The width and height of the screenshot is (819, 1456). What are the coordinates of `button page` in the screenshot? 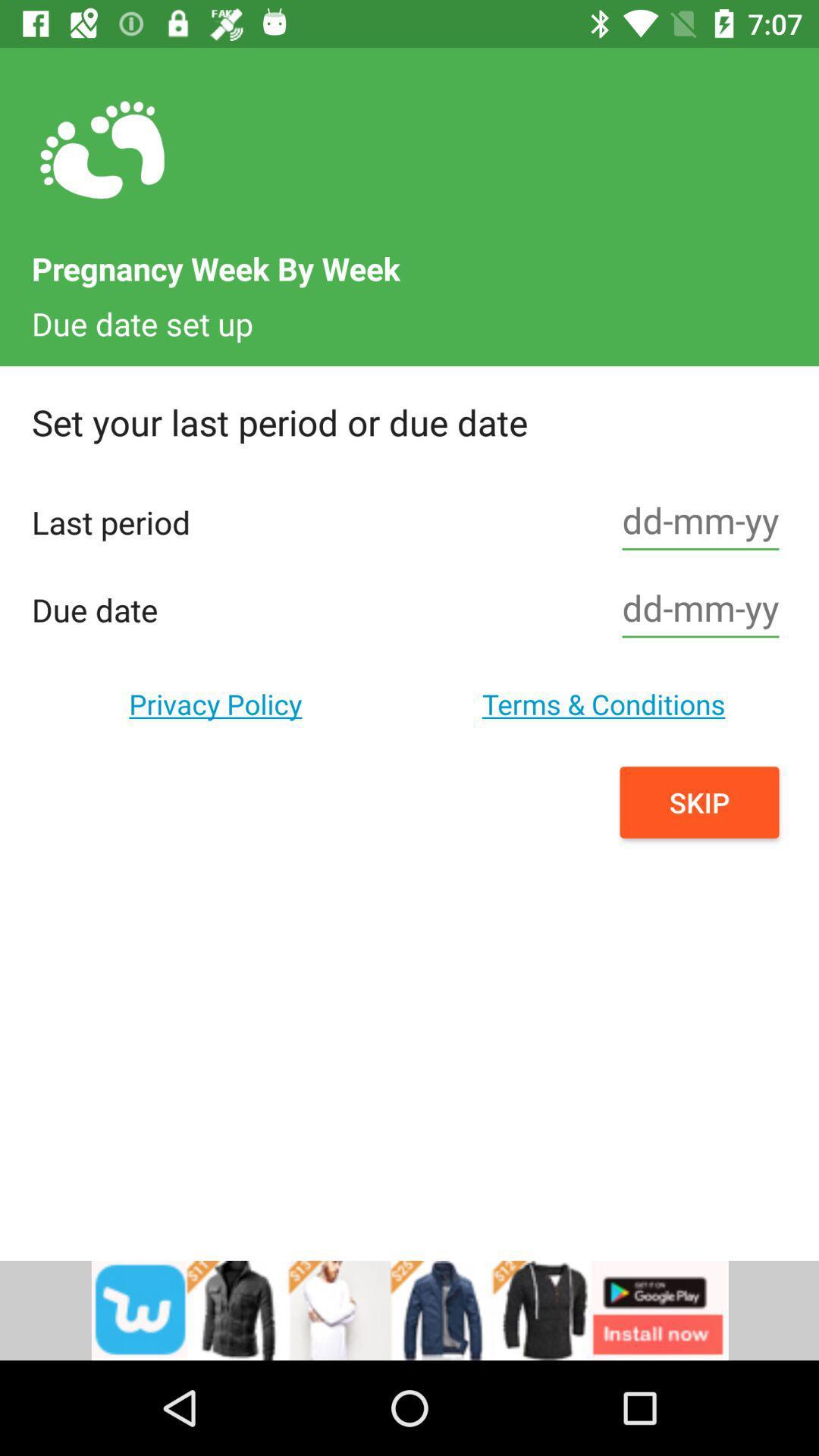 It's located at (701, 610).